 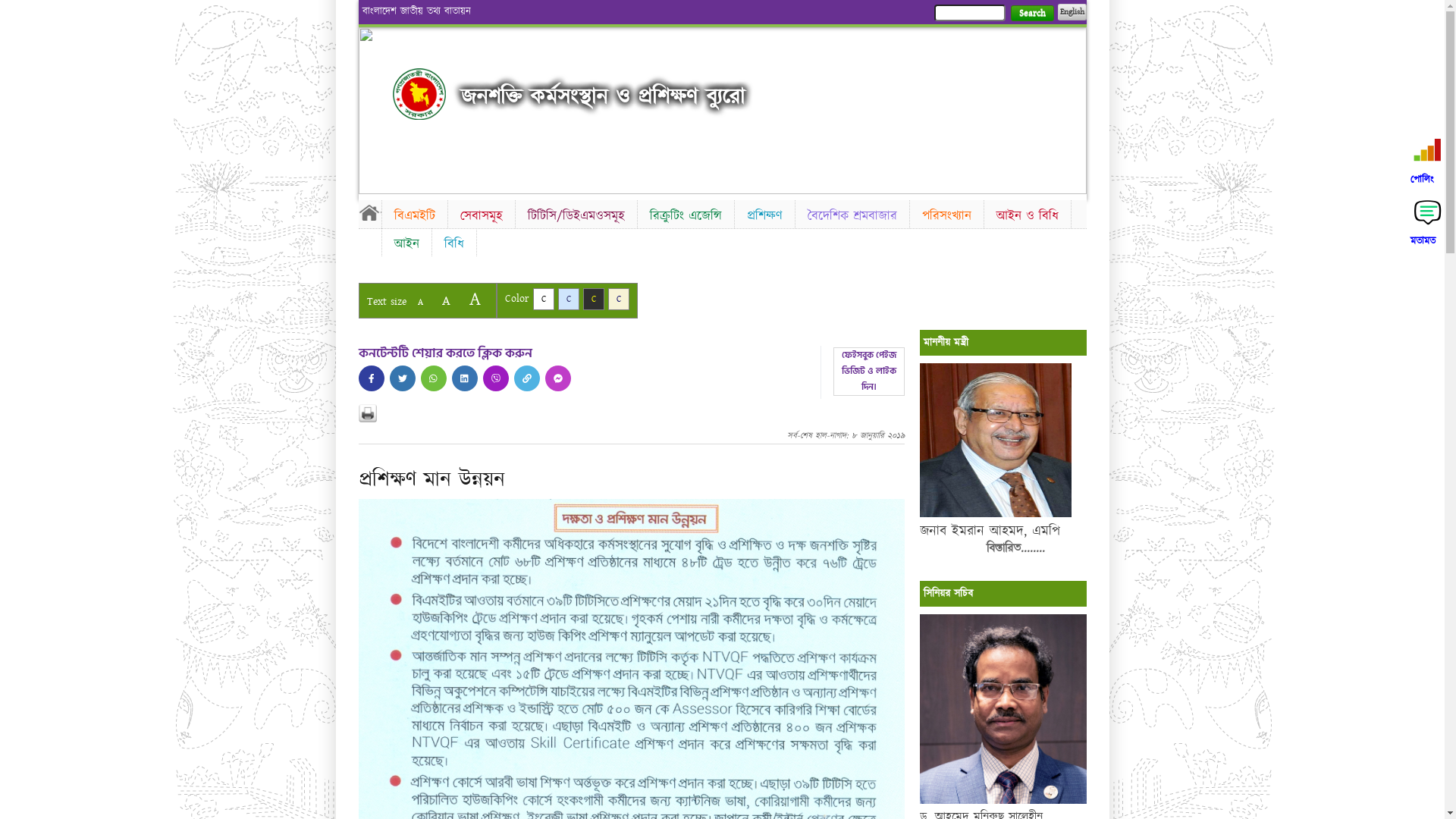 What do you see at coordinates (444, 300) in the screenshot?
I see `'A'` at bounding box center [444, 300].